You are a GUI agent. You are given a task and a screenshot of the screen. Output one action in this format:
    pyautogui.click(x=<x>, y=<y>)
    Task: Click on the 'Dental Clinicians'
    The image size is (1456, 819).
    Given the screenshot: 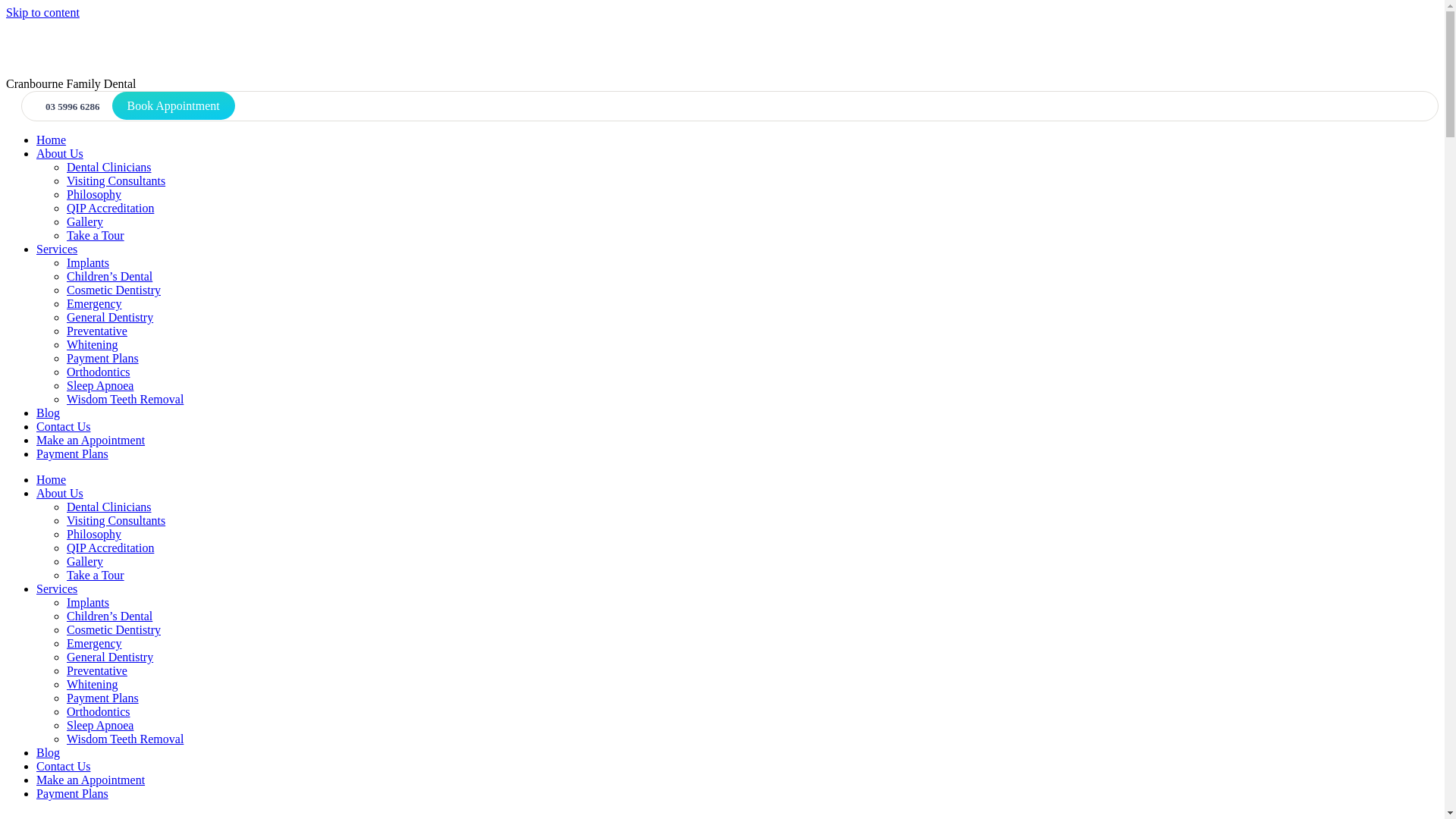 What is the action you would take?
    pyautogui.click(x=108, y=507)
    